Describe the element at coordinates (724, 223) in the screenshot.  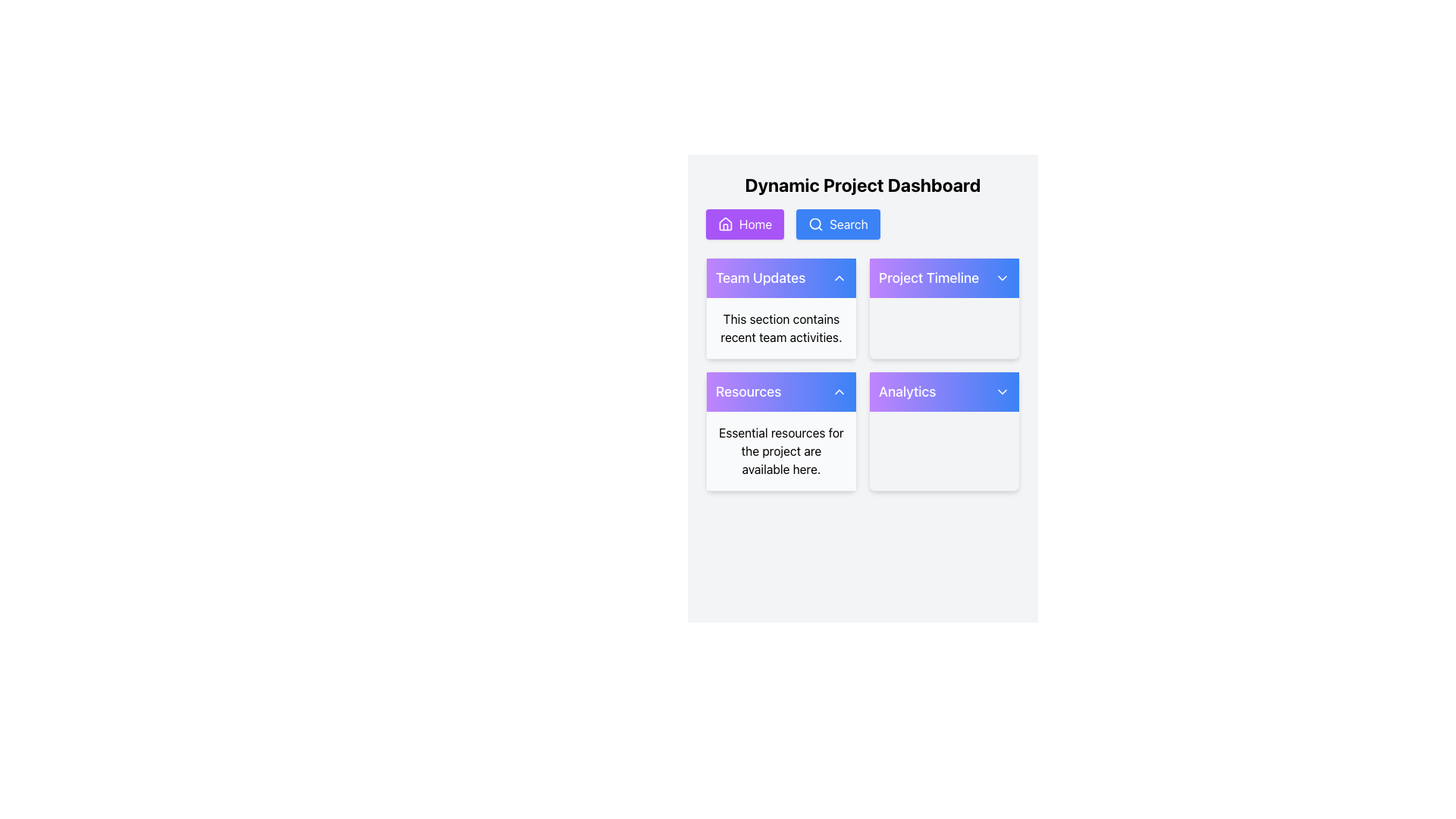
I see `the 'Home' icon located to the left of the 'Home' text in the upper purple button` at that location.